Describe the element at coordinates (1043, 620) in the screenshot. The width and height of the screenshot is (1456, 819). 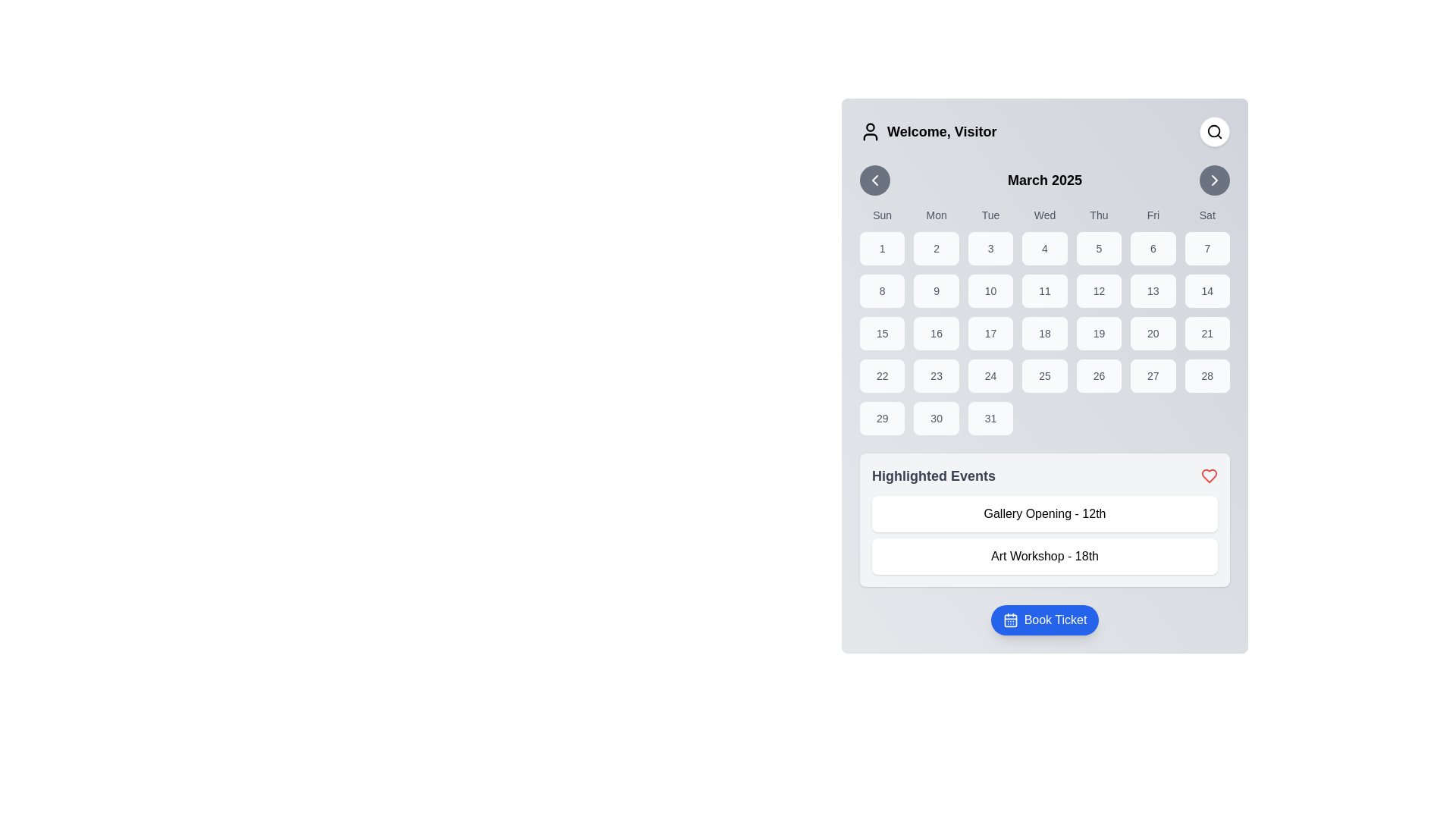
I see `the blue 'Book Ticket' button with rounded corners and a calendar icon` at that location.